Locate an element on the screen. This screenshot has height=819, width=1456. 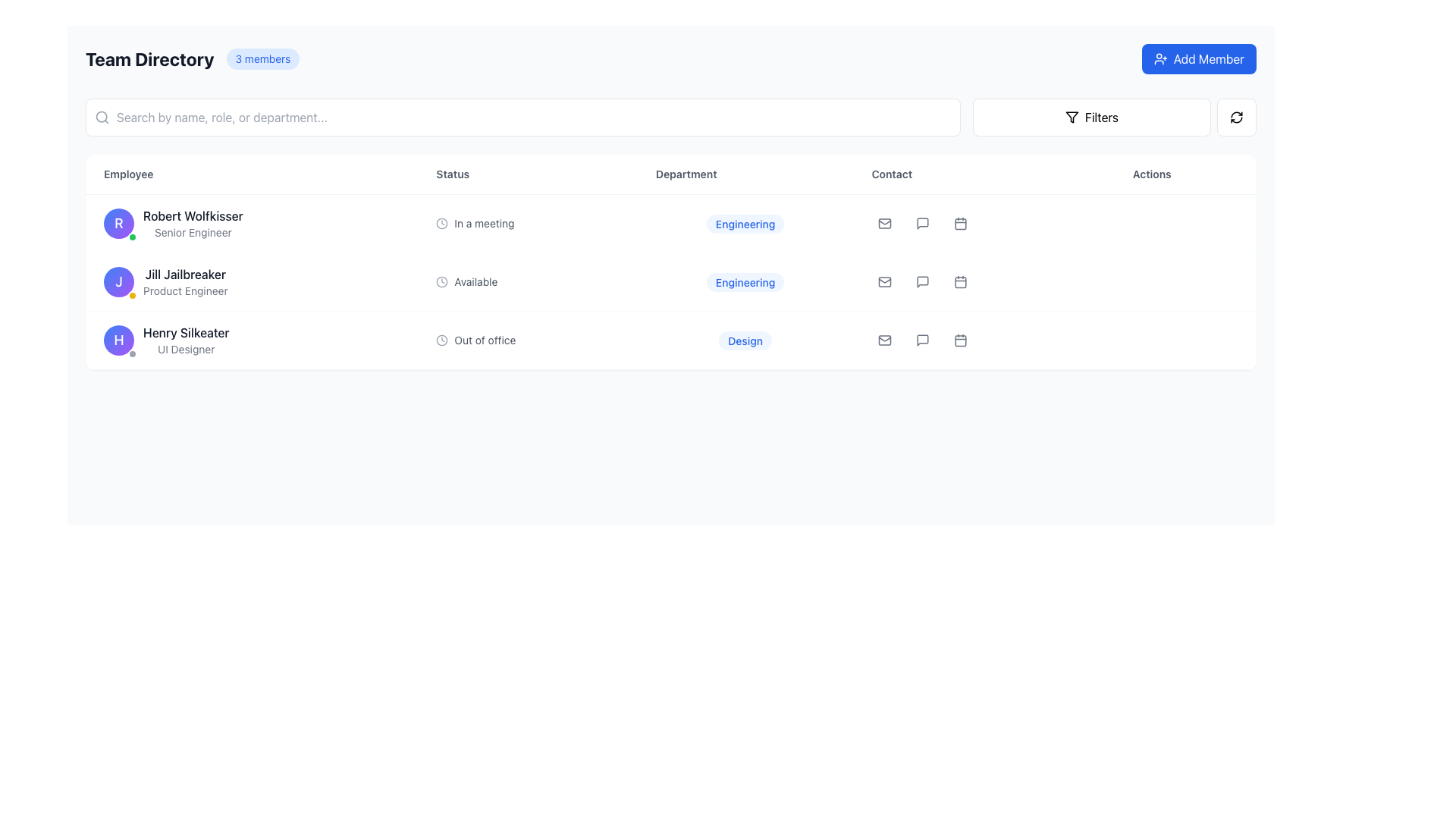
the button in the 'Actions' column of the last row in the 'Team Directory' table for 'Henry Silkeater' is located at coordinates (1185, 339).